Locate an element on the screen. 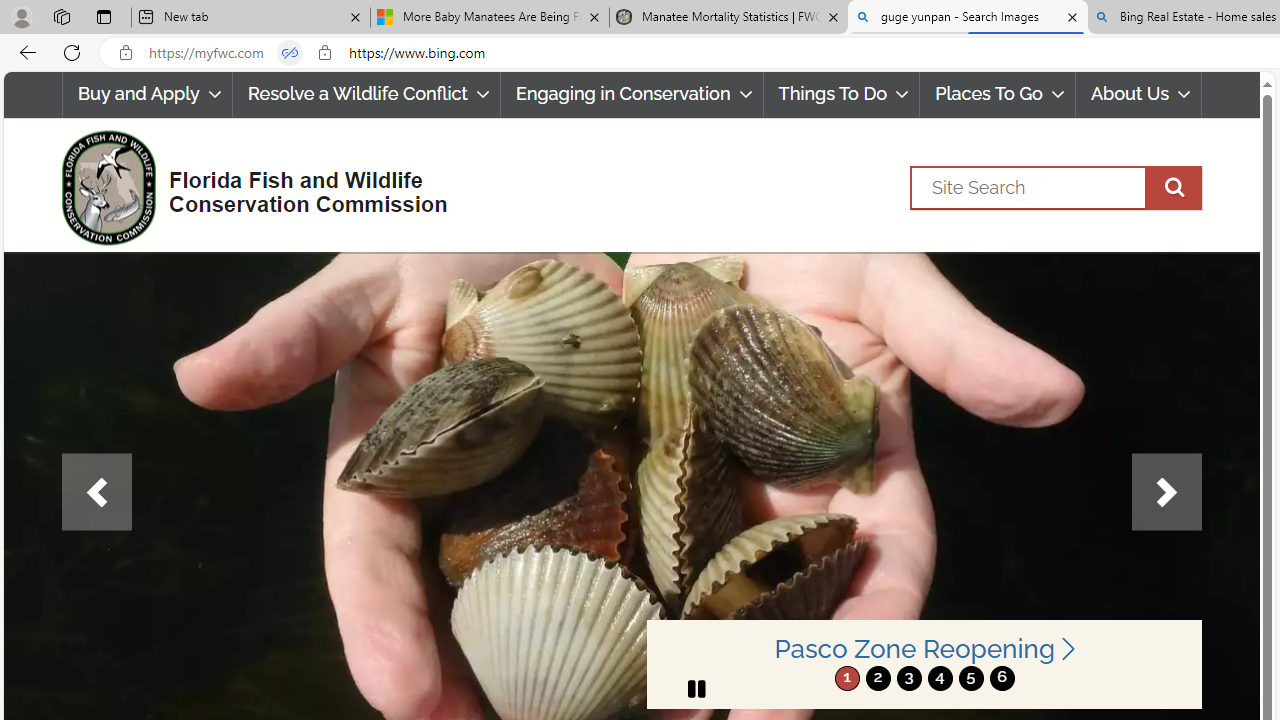 Image resolution: width=1280 pixels, height=720 pixels. 'Buy and Apply' is located at coordinates (146, 94).